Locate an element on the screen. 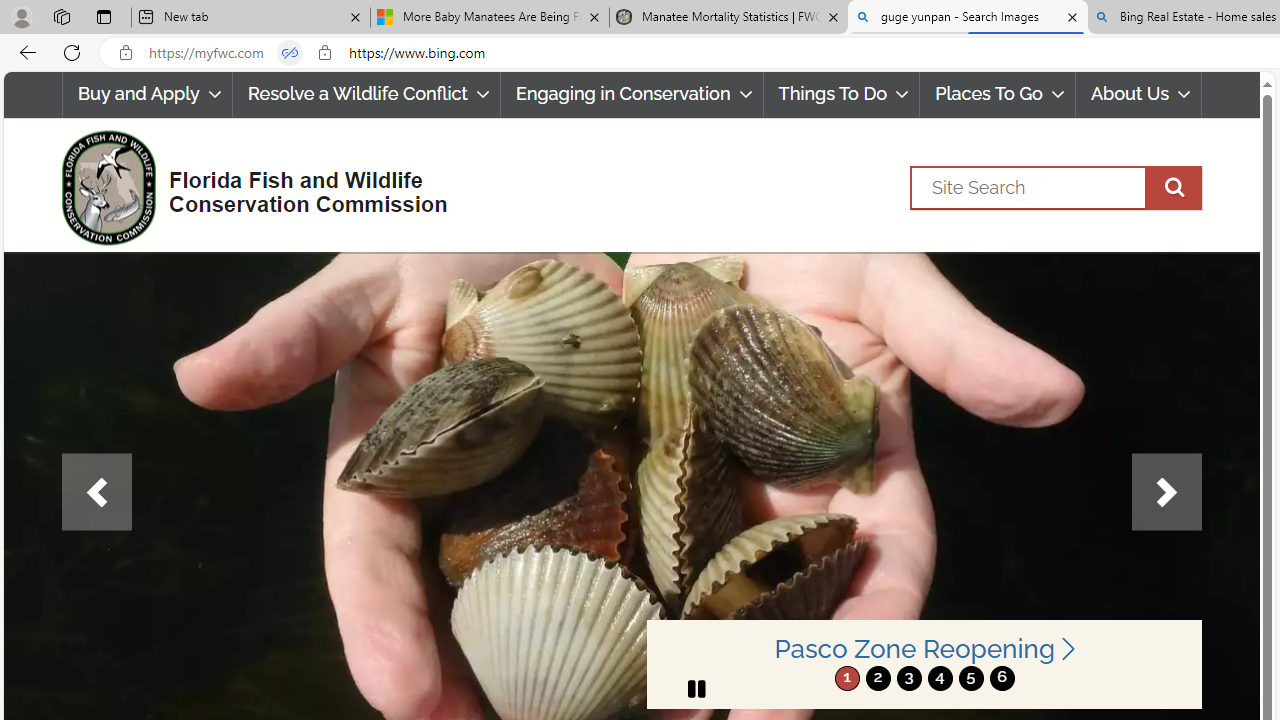 Image resolution: width=1280 pixels, height=720 pixels. 'Buy and Apply' is located at coordinates (146, 94).